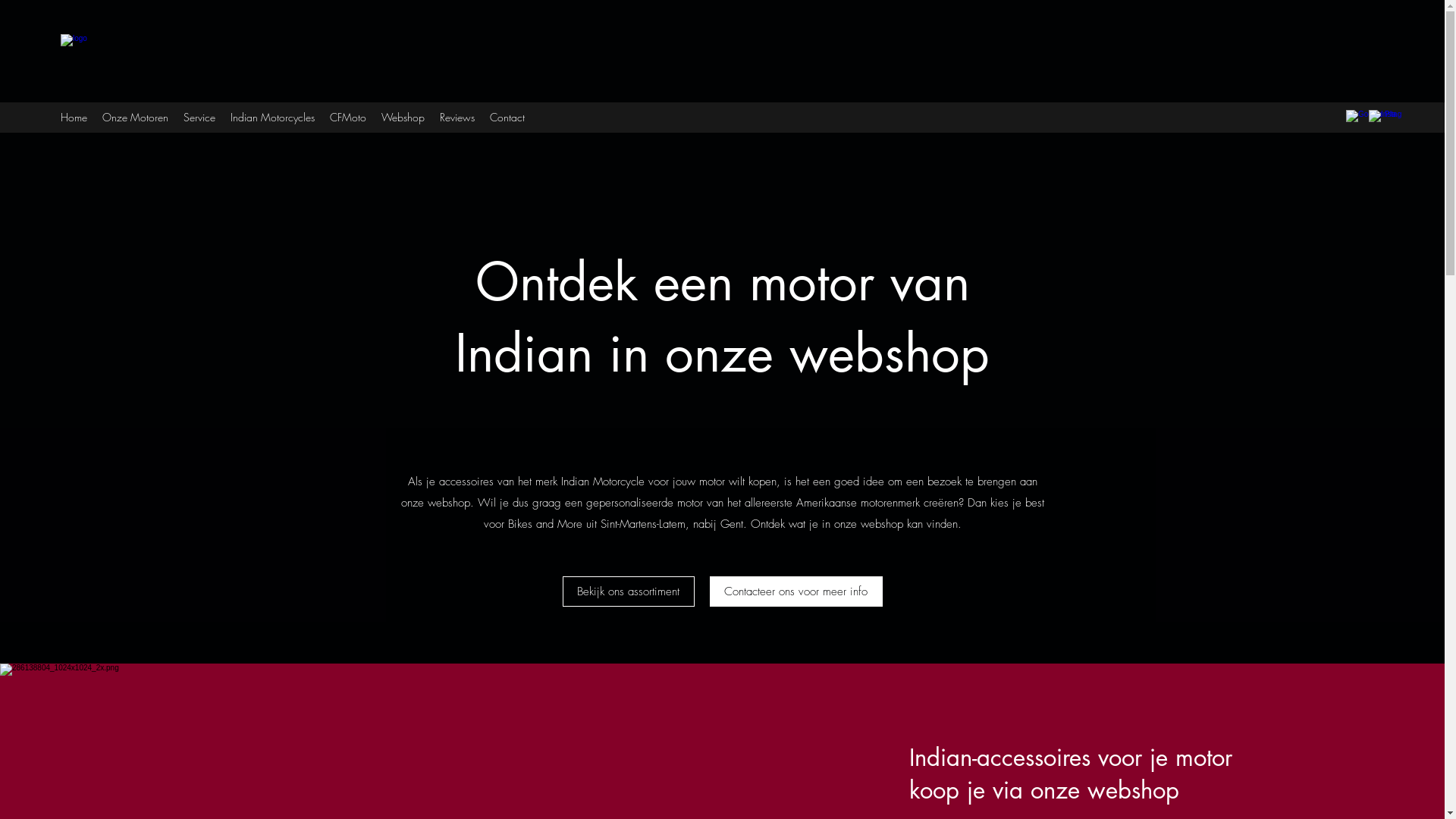 The width and height of the screenshot is (1456, 819). Describe the element at coordinates (629, 590) in the screenshot. I see `'Bekijk ons assortiment'` at that location.